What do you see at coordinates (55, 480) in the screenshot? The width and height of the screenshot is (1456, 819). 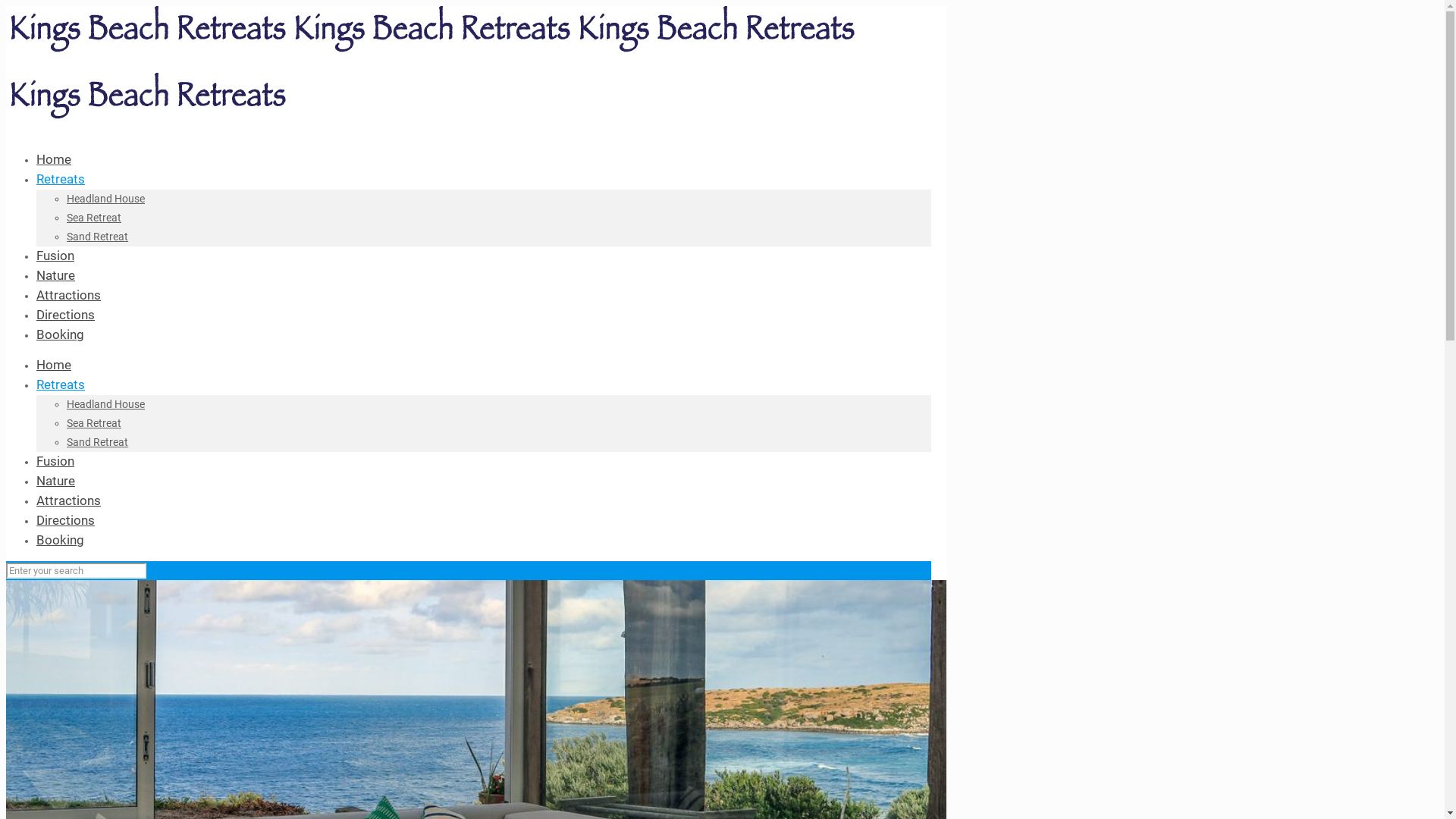 I see `'Nature'` at bounding box center [55, 480].